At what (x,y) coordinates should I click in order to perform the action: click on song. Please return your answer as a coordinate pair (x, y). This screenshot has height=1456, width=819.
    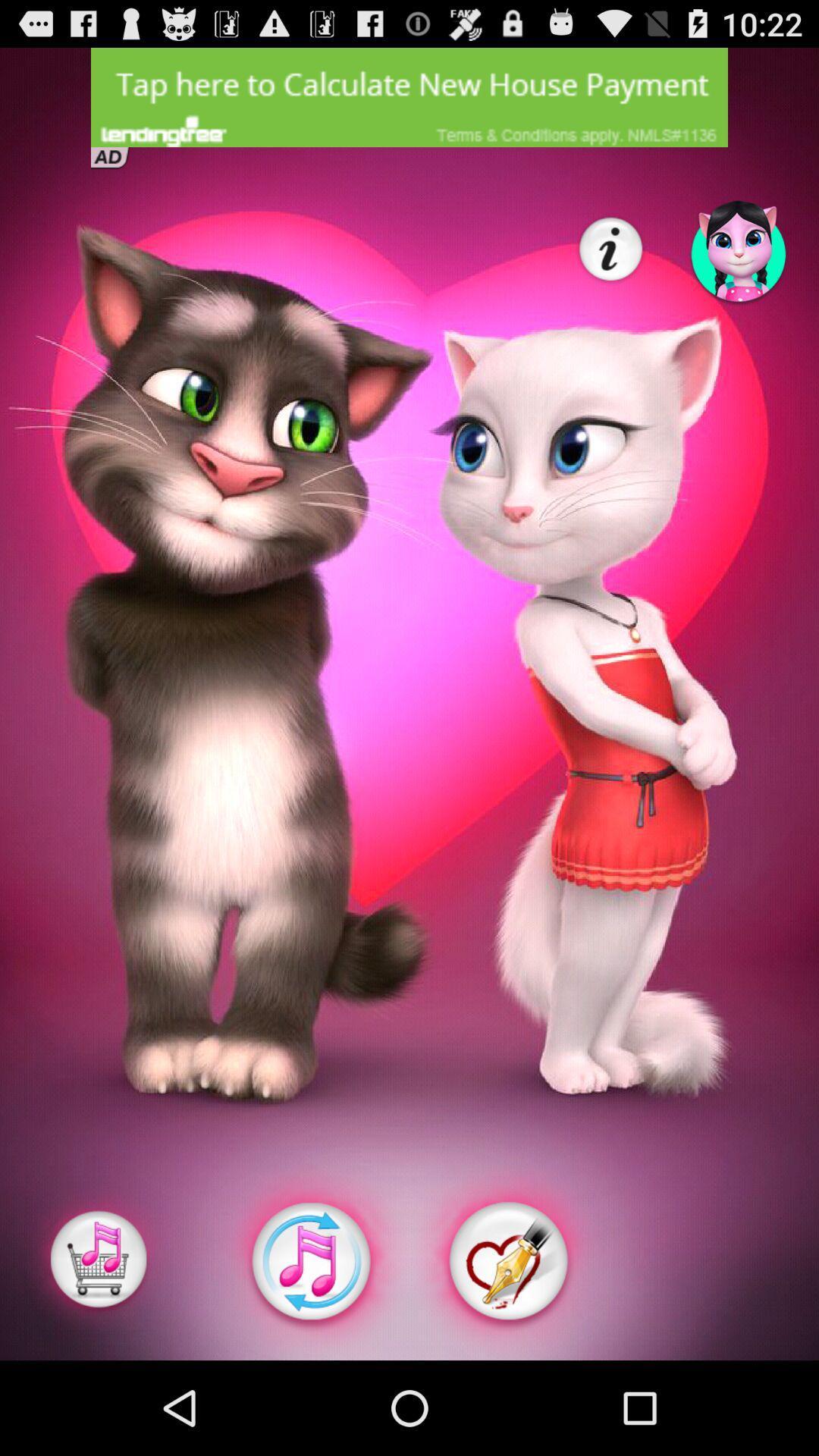
    Looking at the image, I should click on (99, 1261).